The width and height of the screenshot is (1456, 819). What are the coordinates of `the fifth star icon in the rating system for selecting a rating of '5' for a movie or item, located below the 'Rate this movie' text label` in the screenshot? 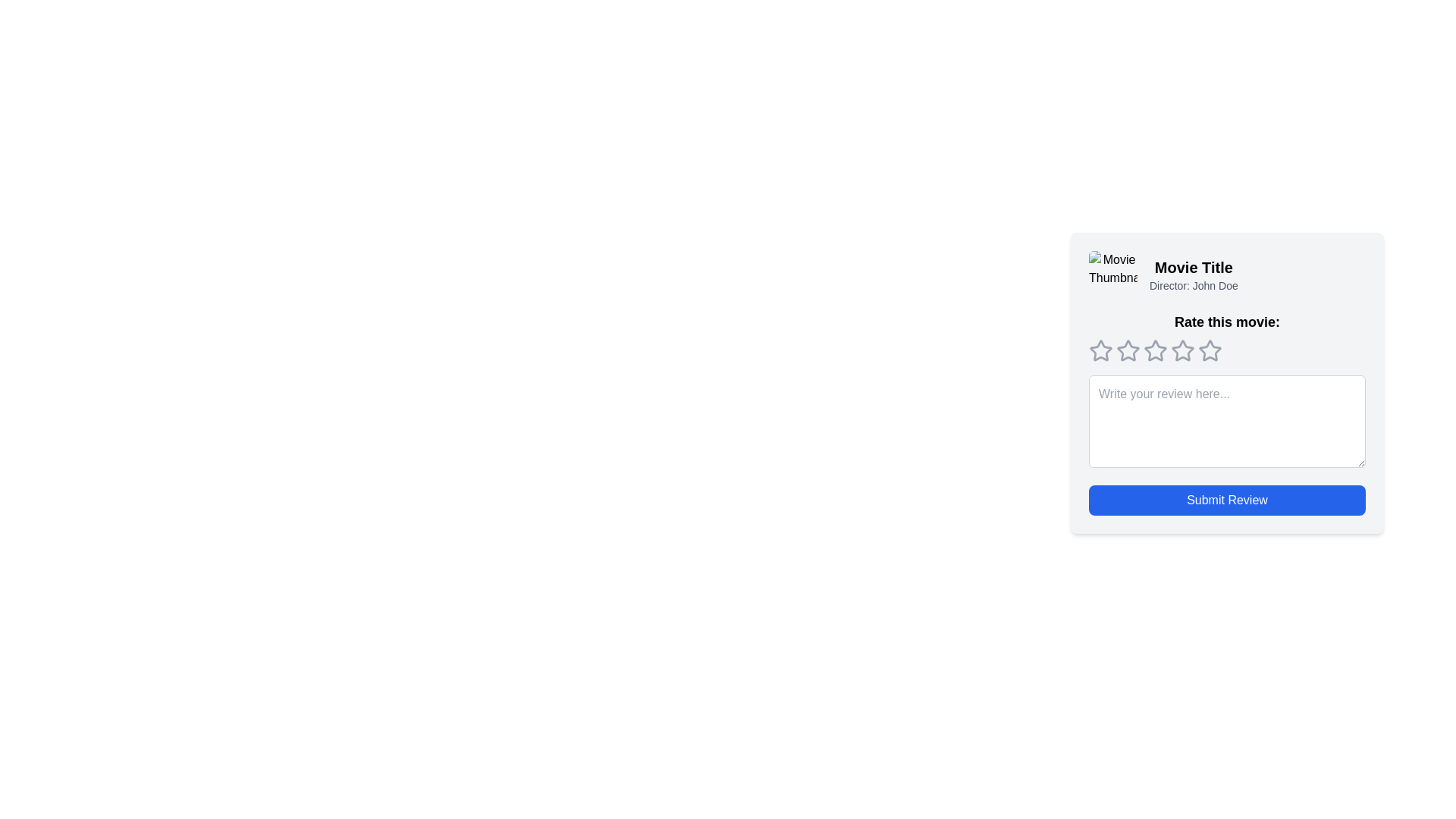 It's located at (1210, 350).